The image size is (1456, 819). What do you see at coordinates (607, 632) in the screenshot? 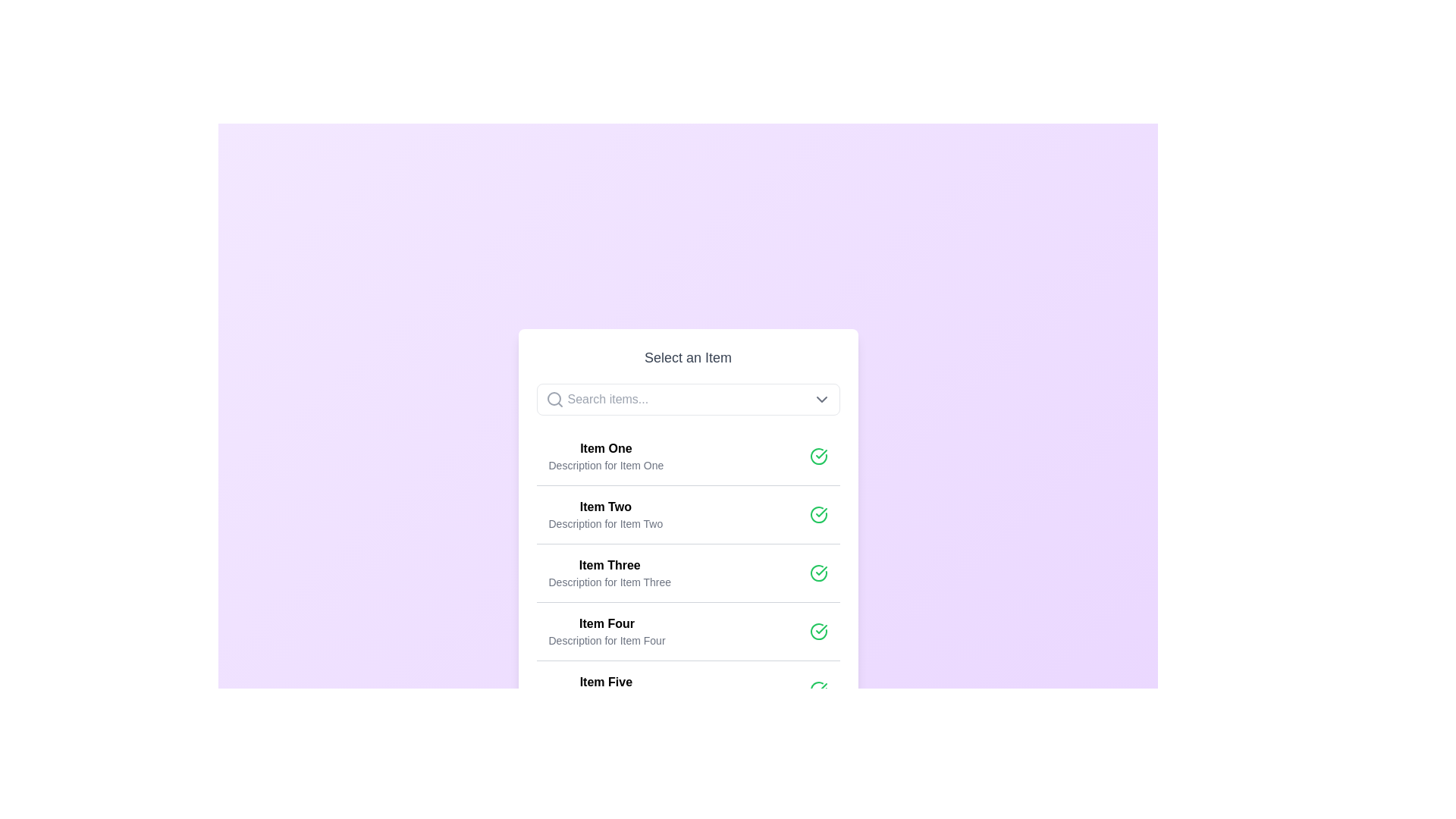
I see `to select the fourth item in the list located in the modal, positioned between 'Item Three' and 'Item Five'` at bounding box center [607, 632].